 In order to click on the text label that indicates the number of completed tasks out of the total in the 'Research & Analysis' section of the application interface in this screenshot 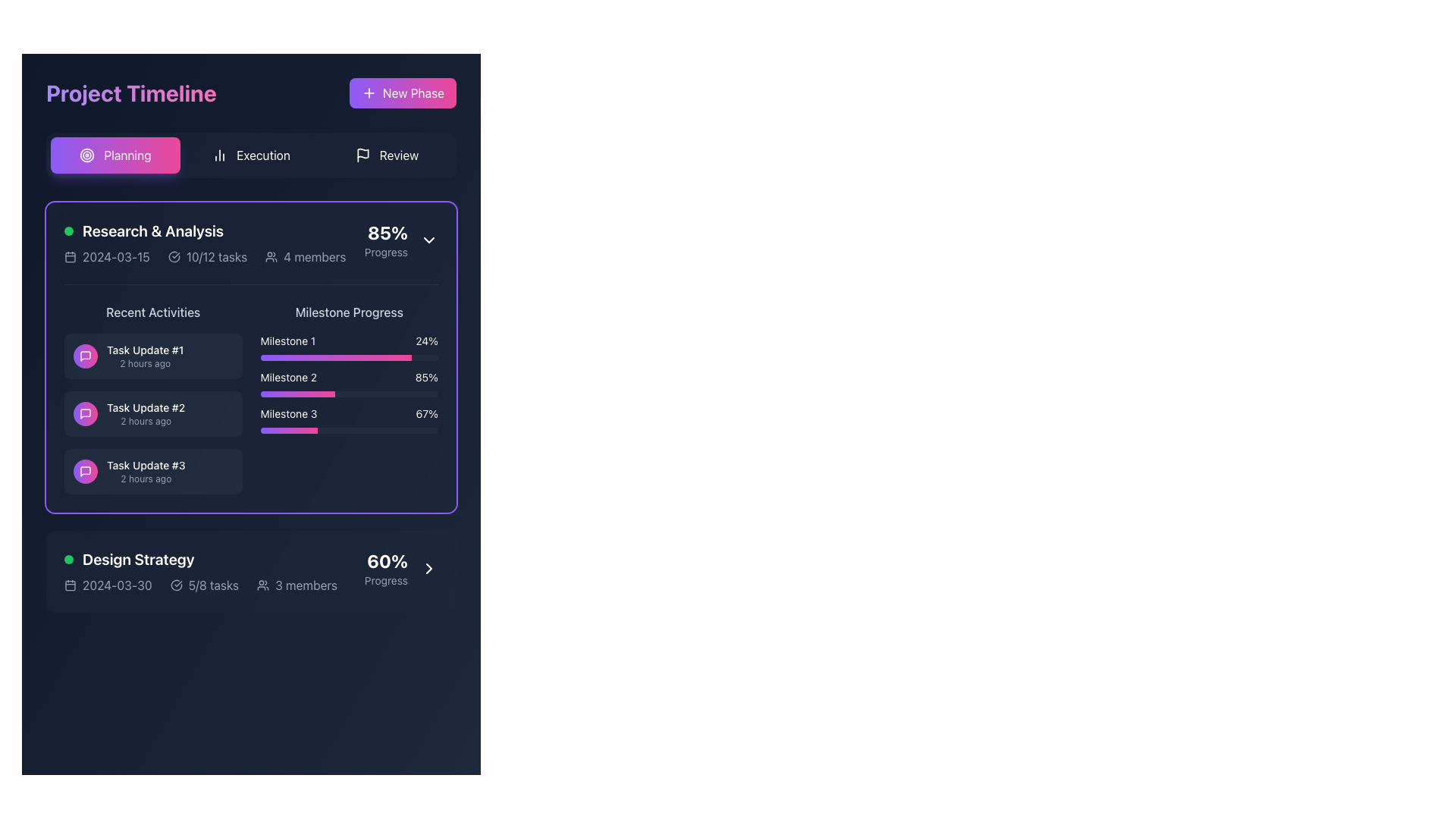, I will do `click(215, 256)`.